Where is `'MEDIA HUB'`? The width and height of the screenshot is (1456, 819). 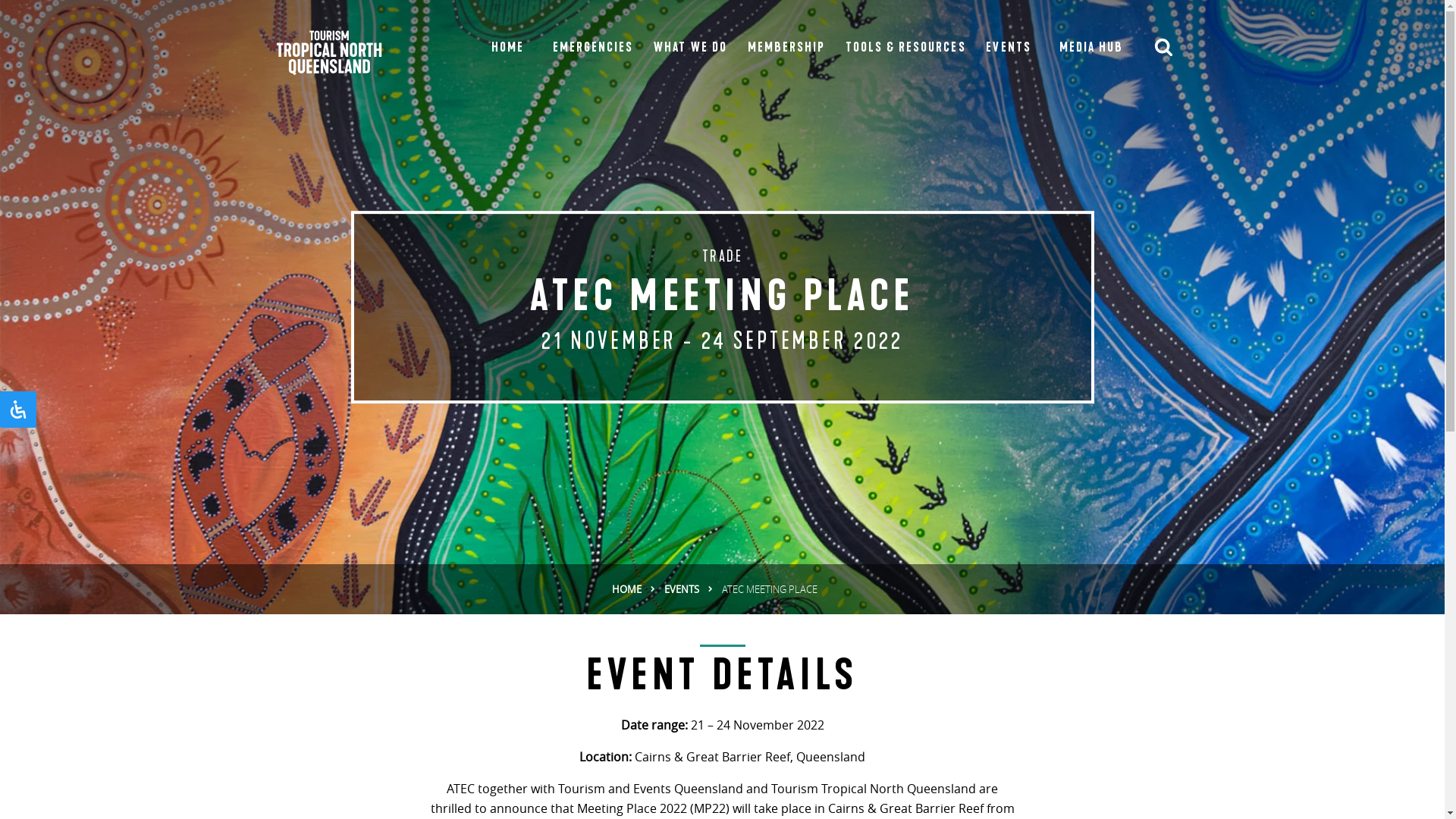
'MEDIA HUB' is located at coordinates (1090, 46).